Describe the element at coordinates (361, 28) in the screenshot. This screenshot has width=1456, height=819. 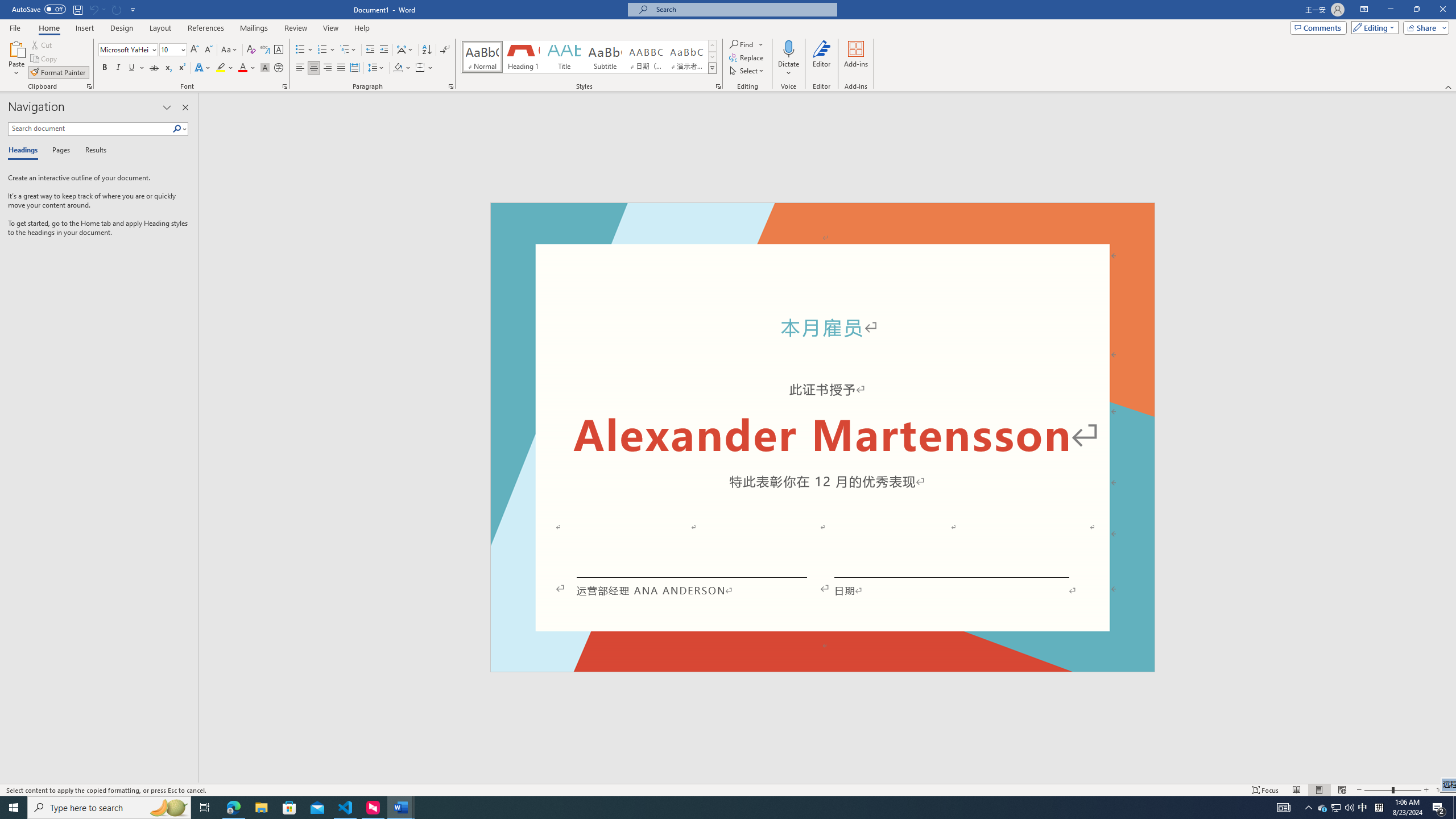
I see `'Help'` at that location.